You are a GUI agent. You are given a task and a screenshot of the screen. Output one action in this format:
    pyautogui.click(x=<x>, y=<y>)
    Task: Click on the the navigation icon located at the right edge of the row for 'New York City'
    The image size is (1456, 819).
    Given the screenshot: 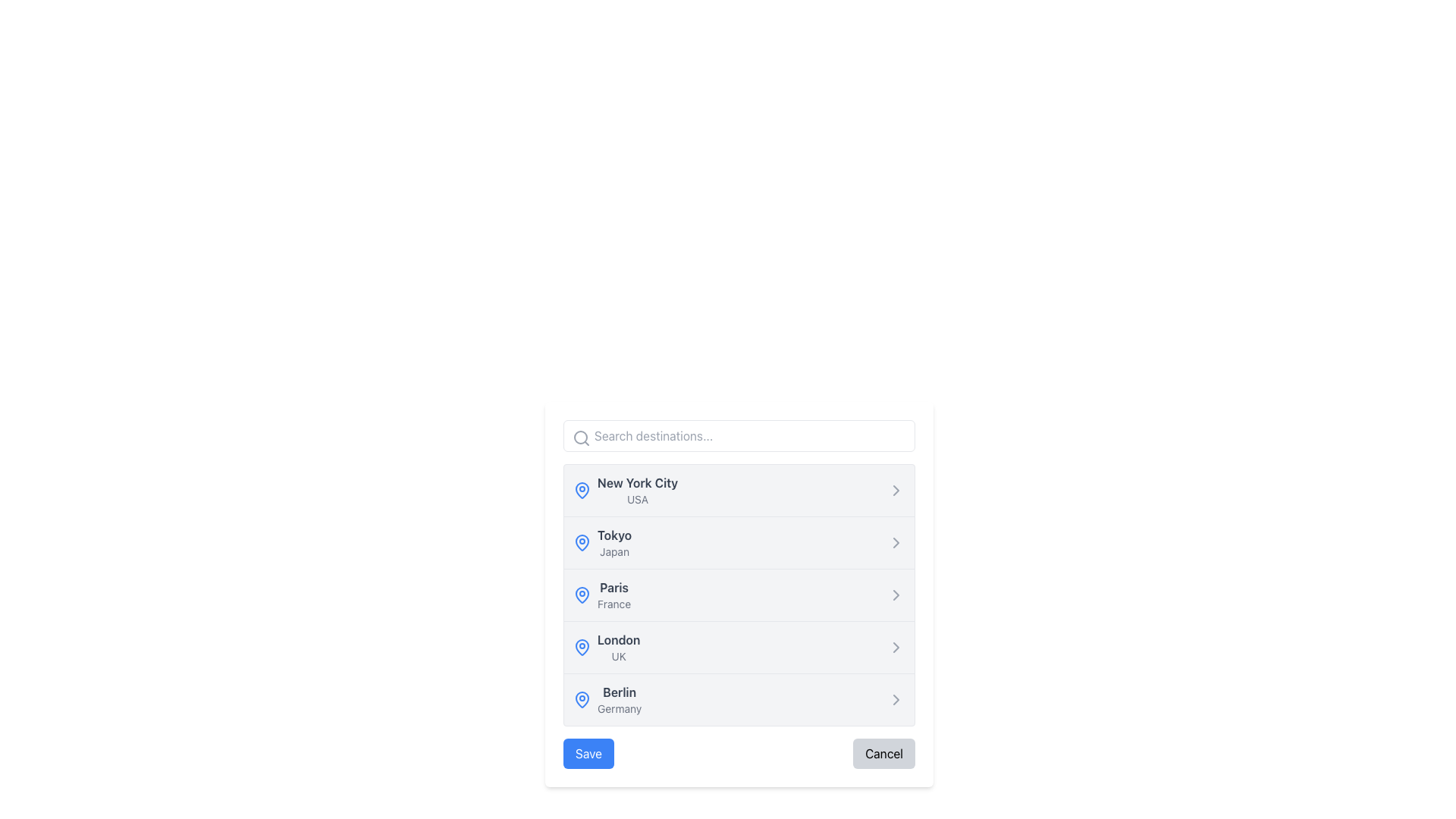 What is the action you would take?
    pyautogui.click(x=896, y=491)
    